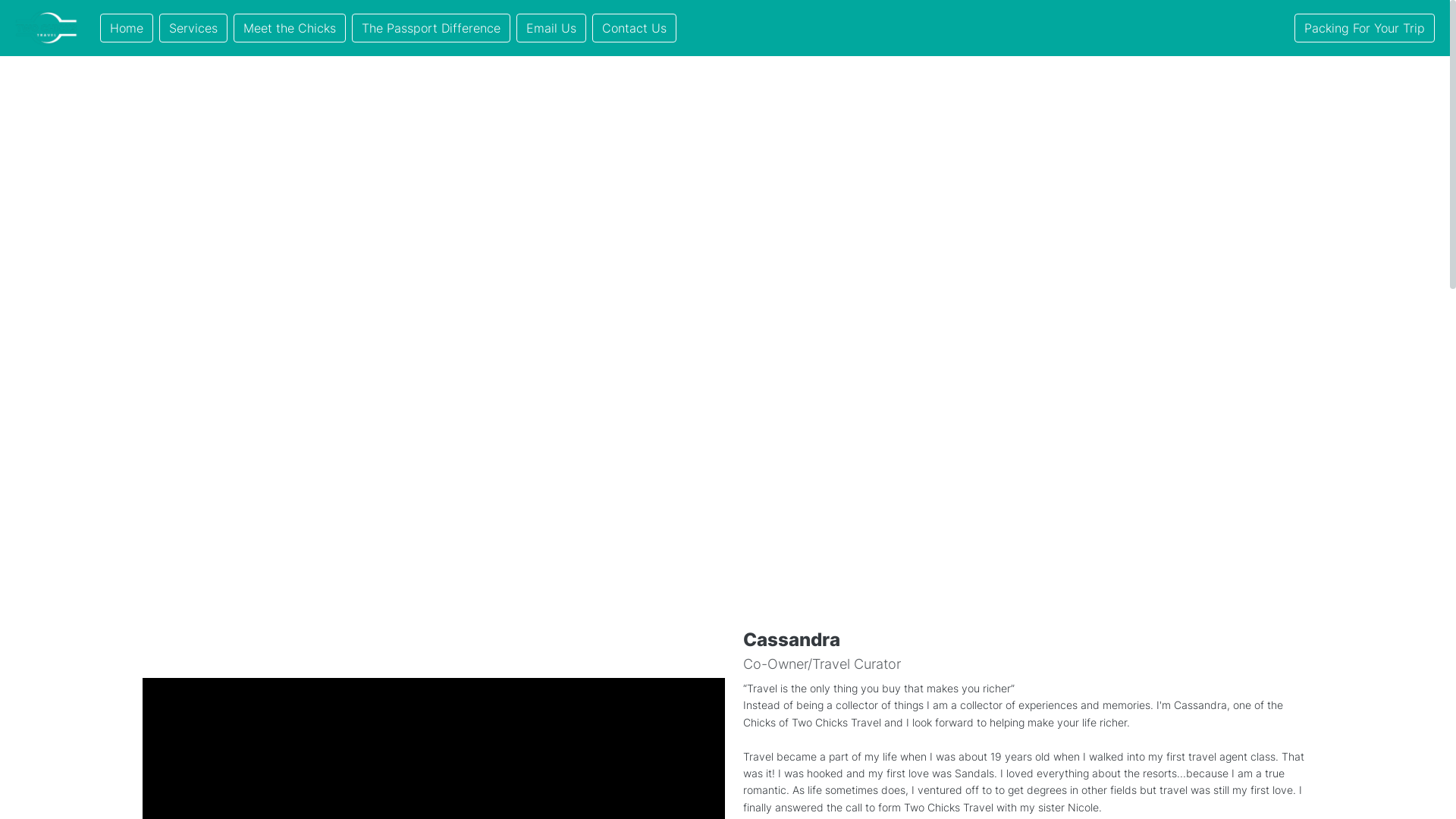  What do you see at coordinates (127, 28) in the screenshot?
I see `'Home'` at bounding box center [127, 28].